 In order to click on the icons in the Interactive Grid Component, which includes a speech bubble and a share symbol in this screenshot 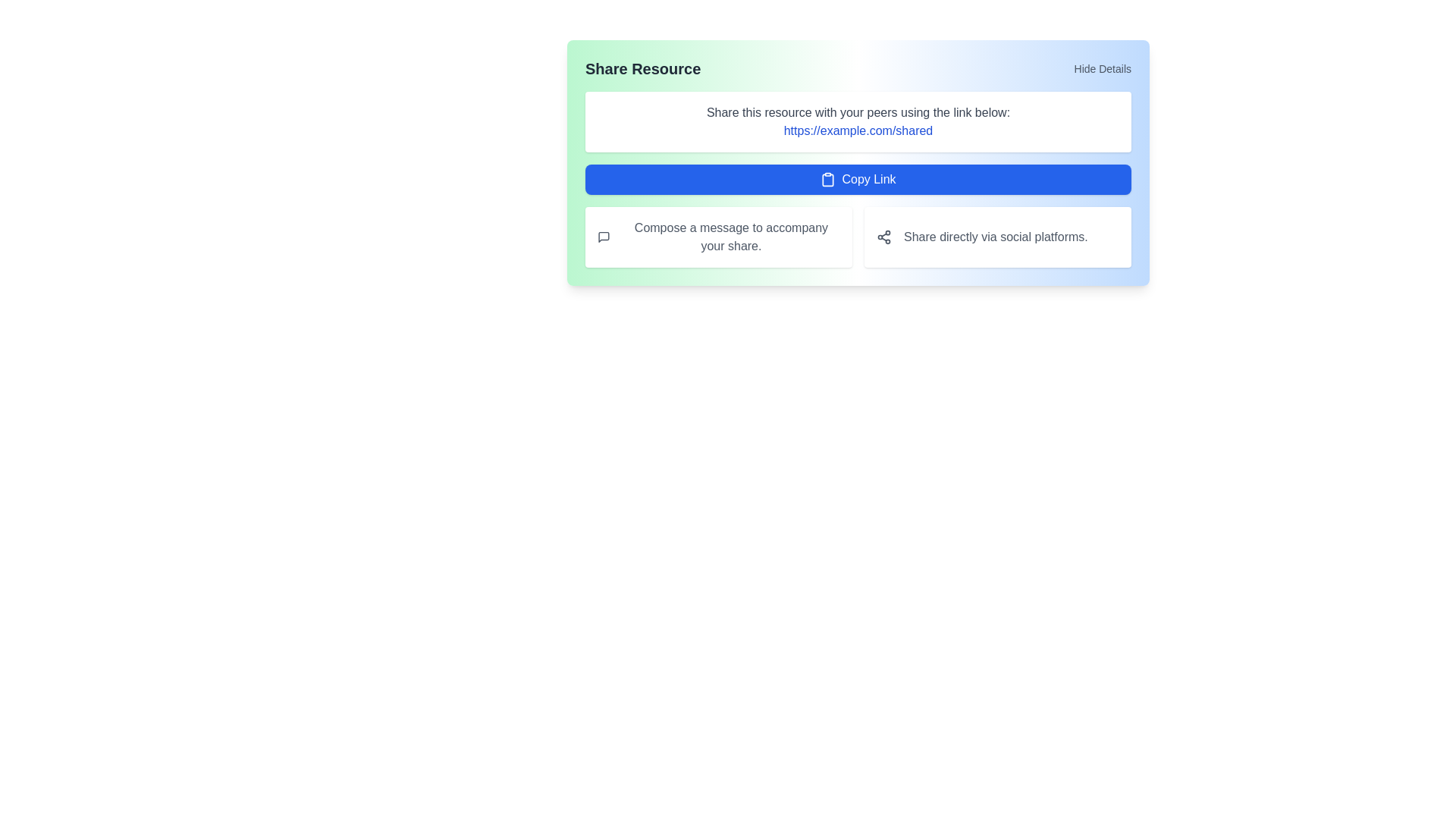, I will do `click(858, 237)`.